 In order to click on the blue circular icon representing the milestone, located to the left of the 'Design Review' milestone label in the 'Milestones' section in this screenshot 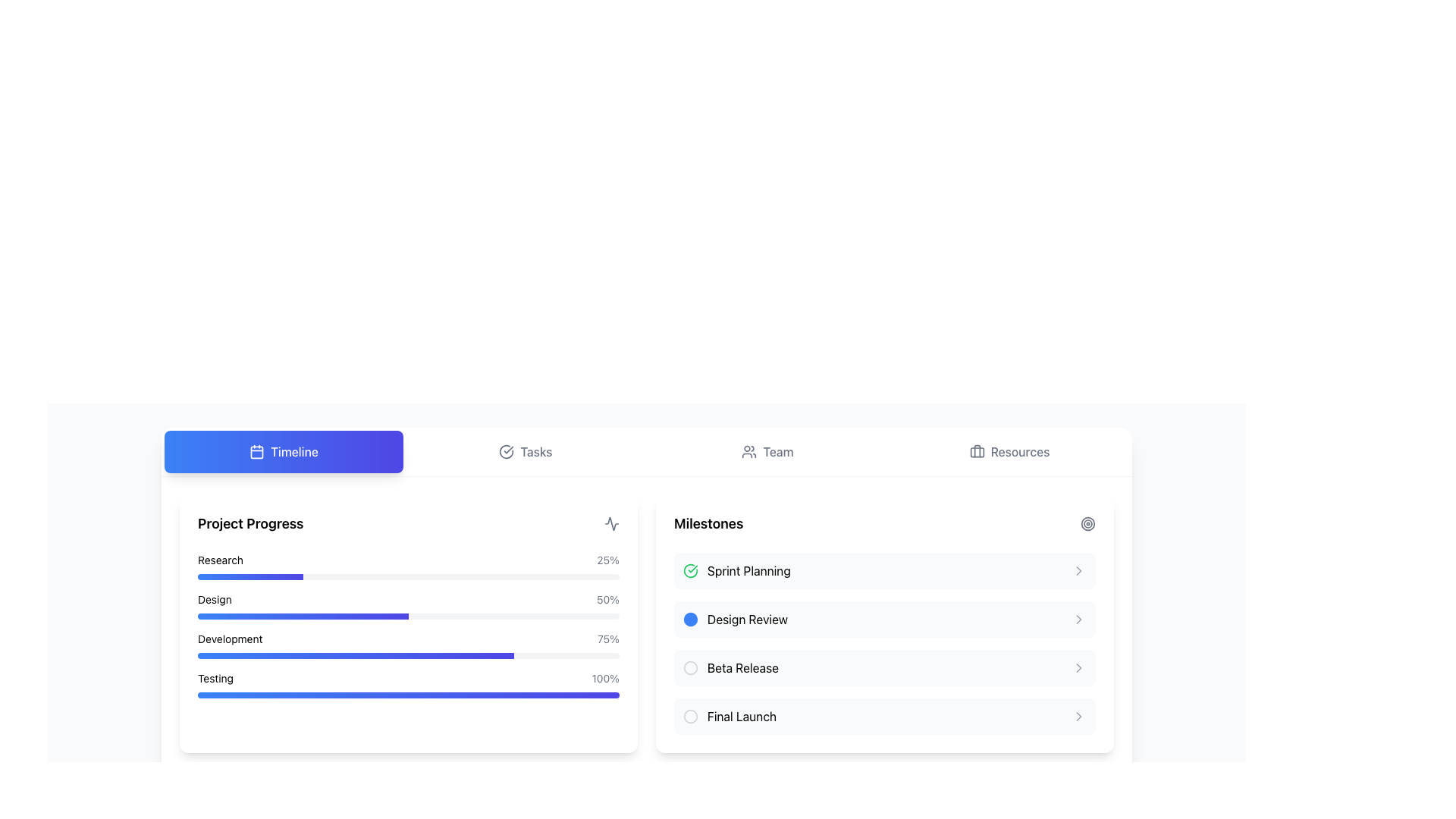, I will do `click(690, 620)`.